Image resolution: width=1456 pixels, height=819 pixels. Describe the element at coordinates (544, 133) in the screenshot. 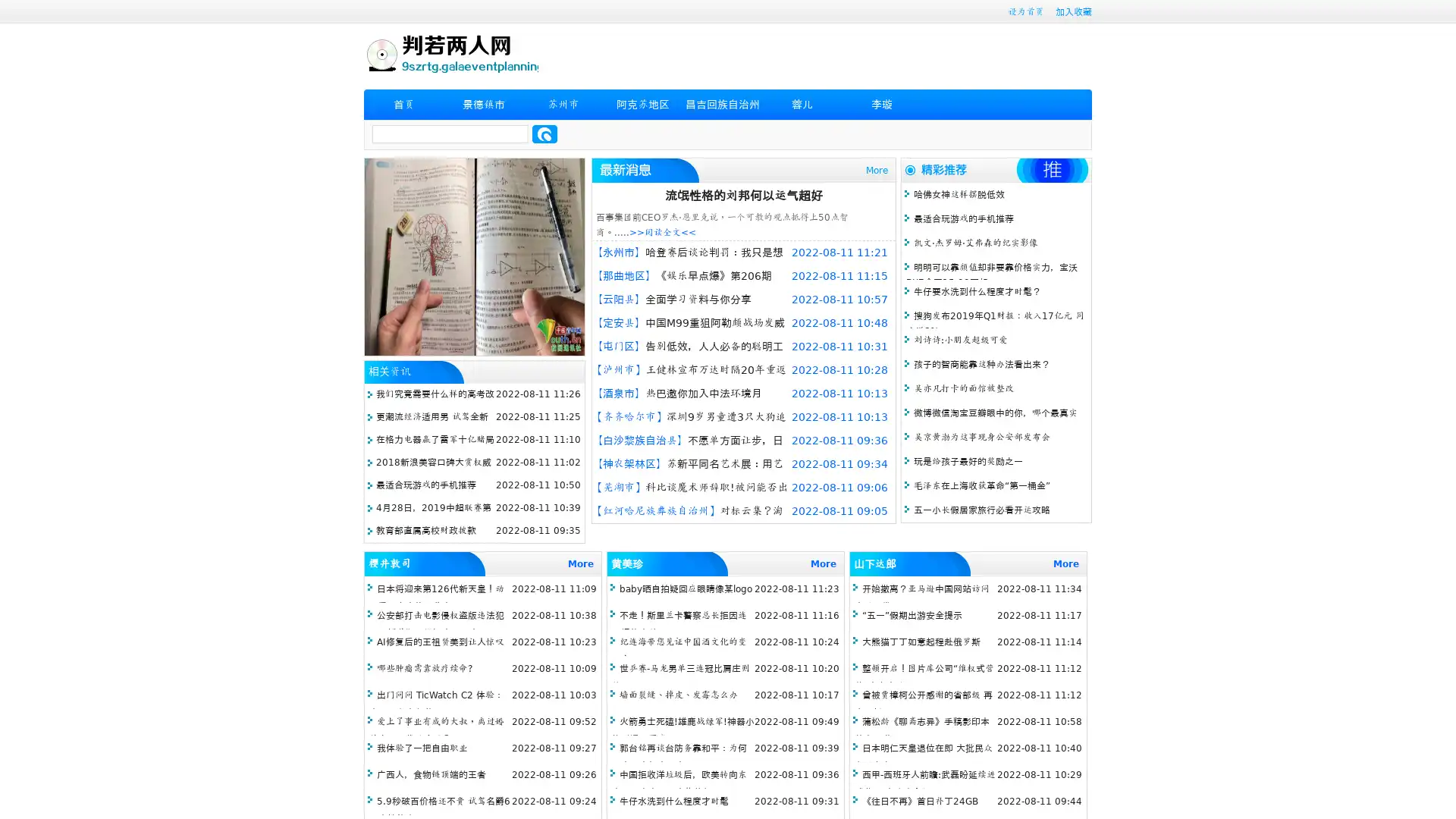

I see `Search` at that location.